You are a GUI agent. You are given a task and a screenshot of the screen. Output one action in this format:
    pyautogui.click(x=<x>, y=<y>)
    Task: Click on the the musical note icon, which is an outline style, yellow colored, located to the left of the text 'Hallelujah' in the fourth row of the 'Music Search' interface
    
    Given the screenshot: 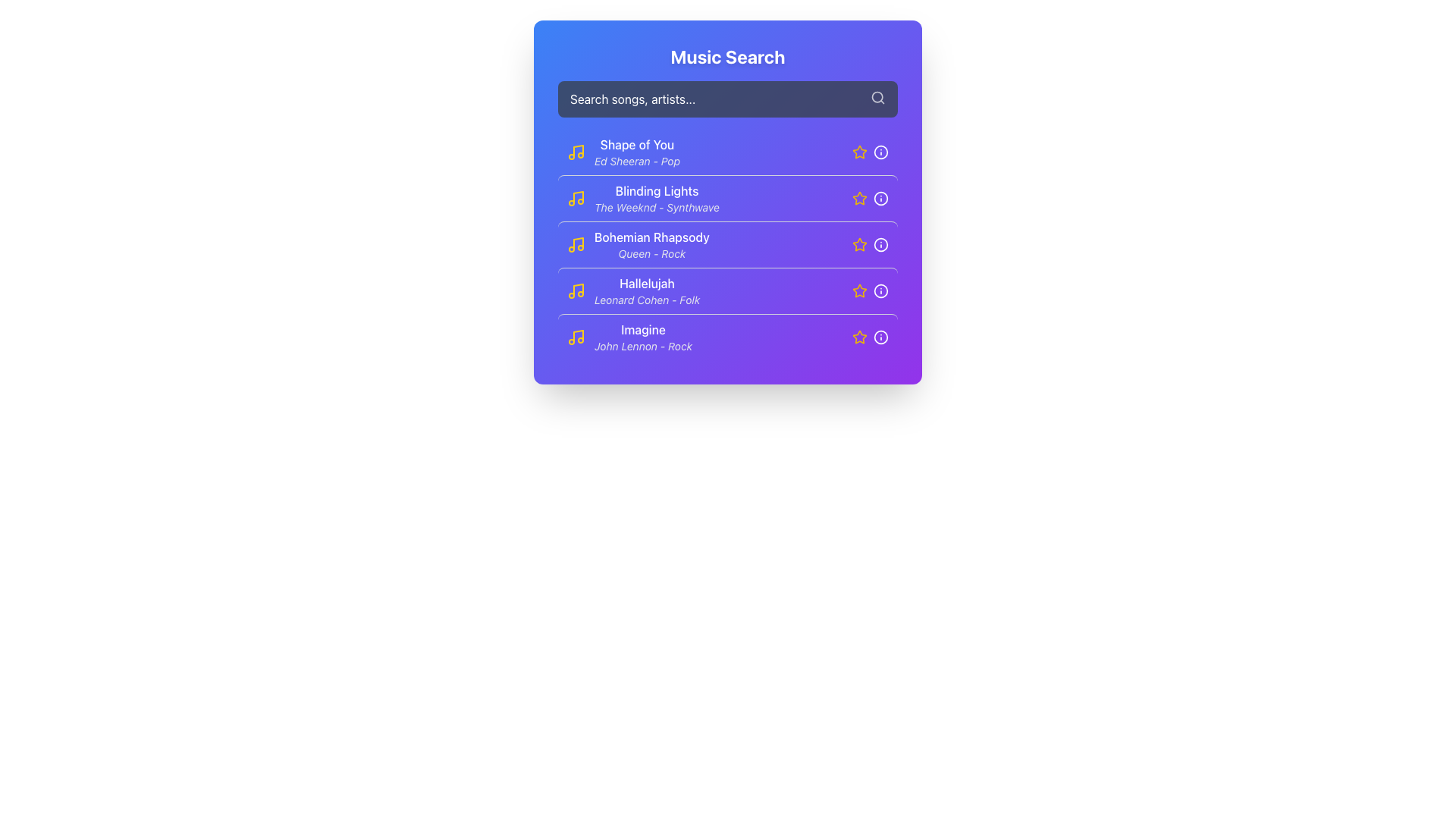 What is the action you would take?
    pyautogui.click(x=575, y=291)
    